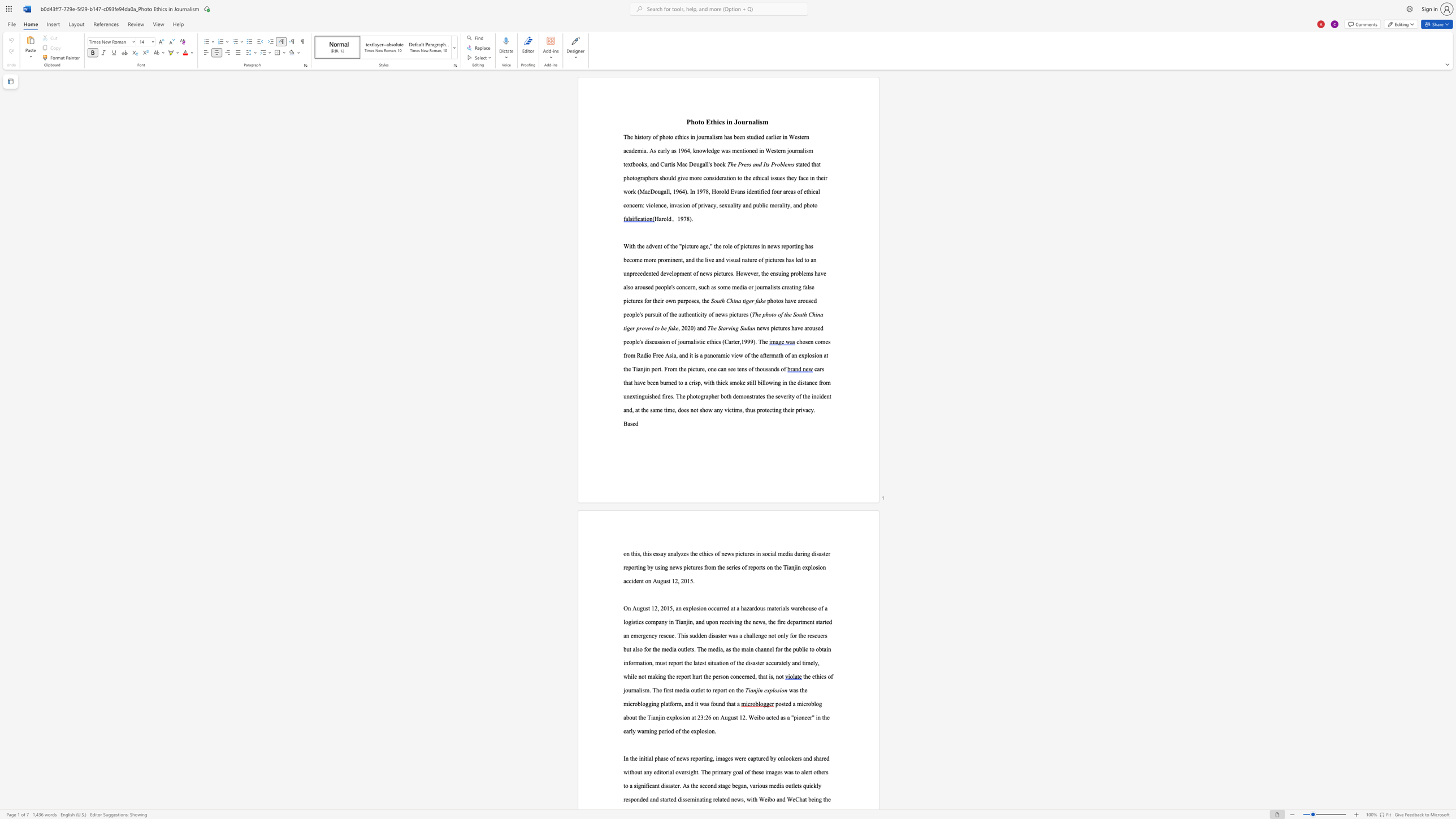 The height and width of the screenshot is (819, 1456). Describe the element at coordinates (710, 122) in the screenshot. I see `the subset text "thics in Journ" within the text "Photo Ethics in Journalism"` at that location.